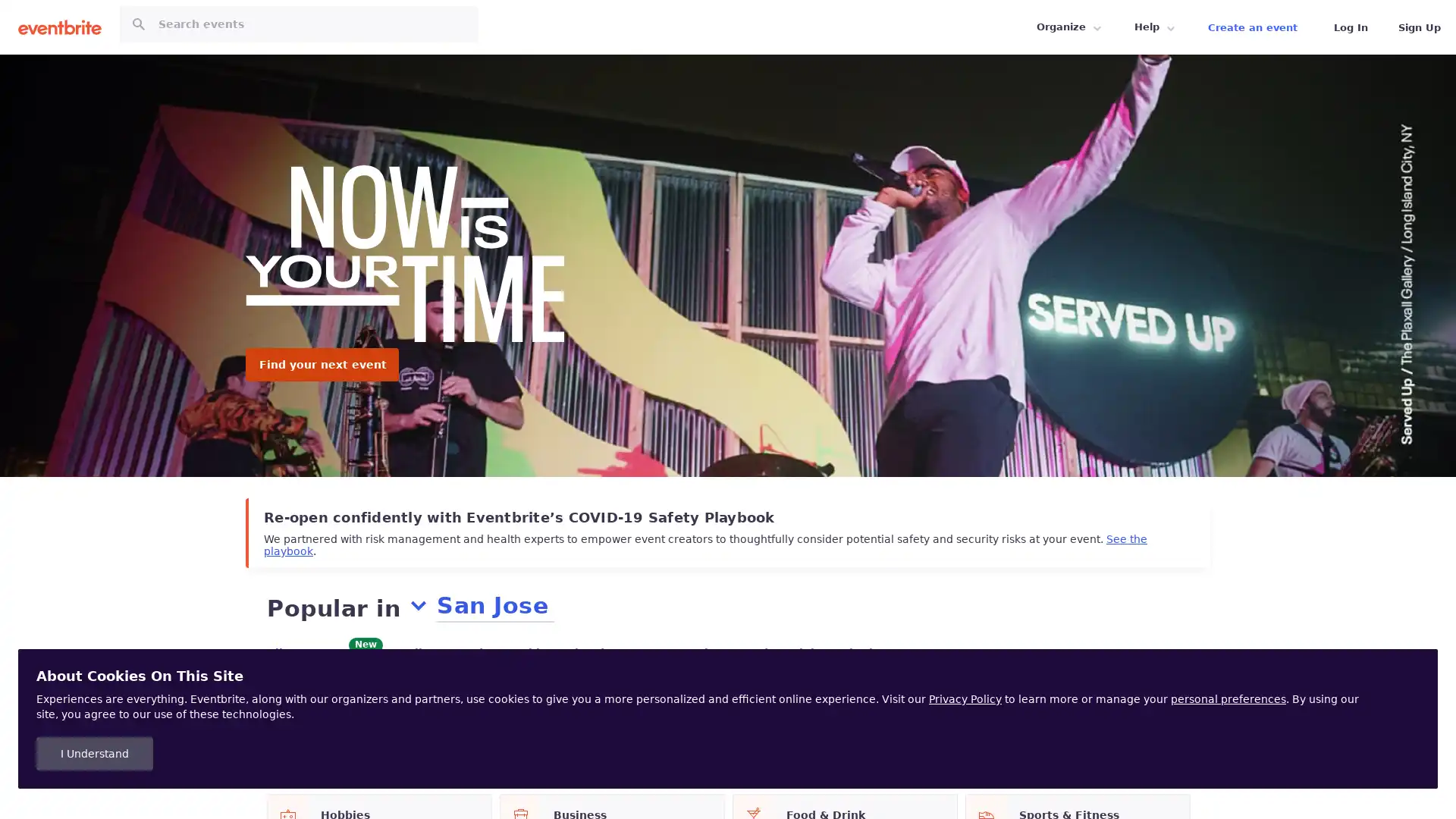 The image size is (1456, 819). I want to click on Food & Drink, so click(778, 651).